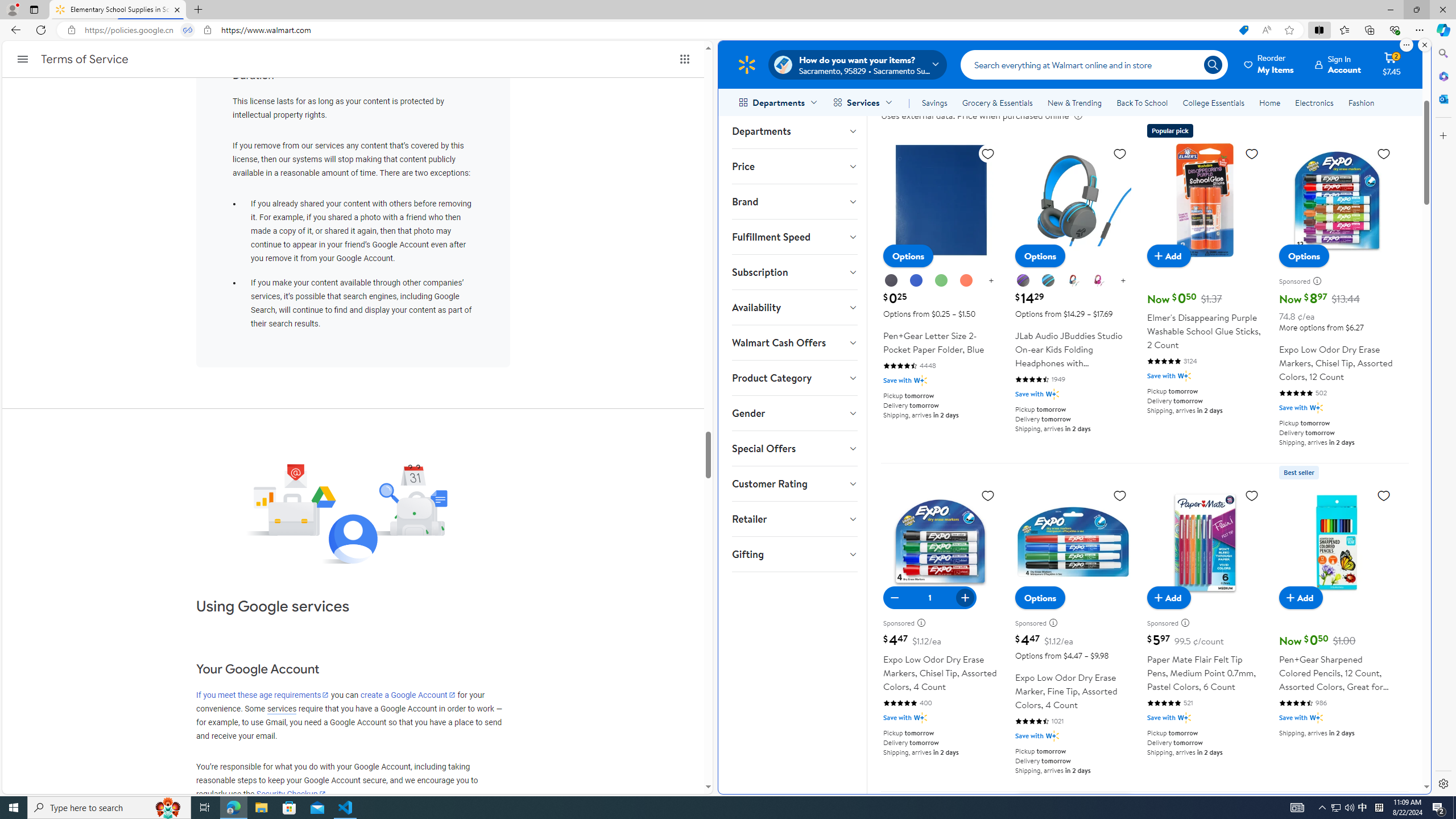 This screenshot has width=1456, height=819. What do you see at coordinates (1442, 783) in the screenshot?
I see `'Settings'` at bounding box center [1442, 783].